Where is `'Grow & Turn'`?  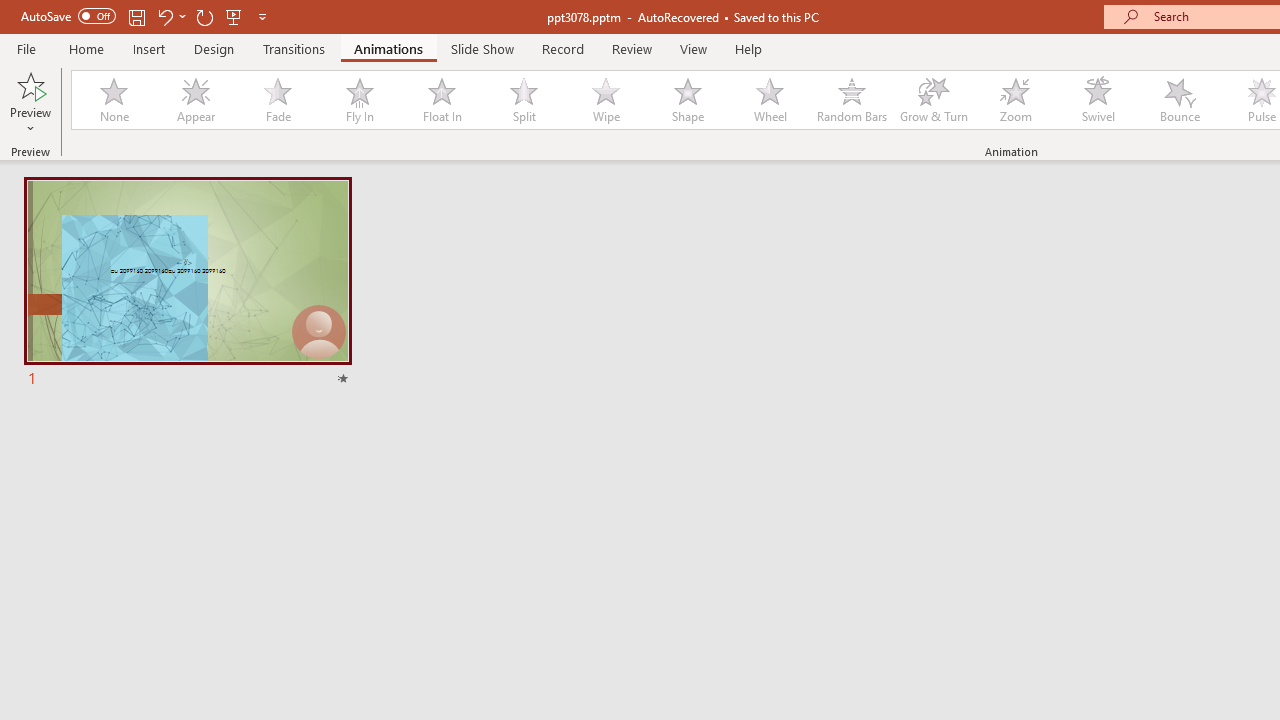 'Grow & Turn' is located at coordinates (933, 100).